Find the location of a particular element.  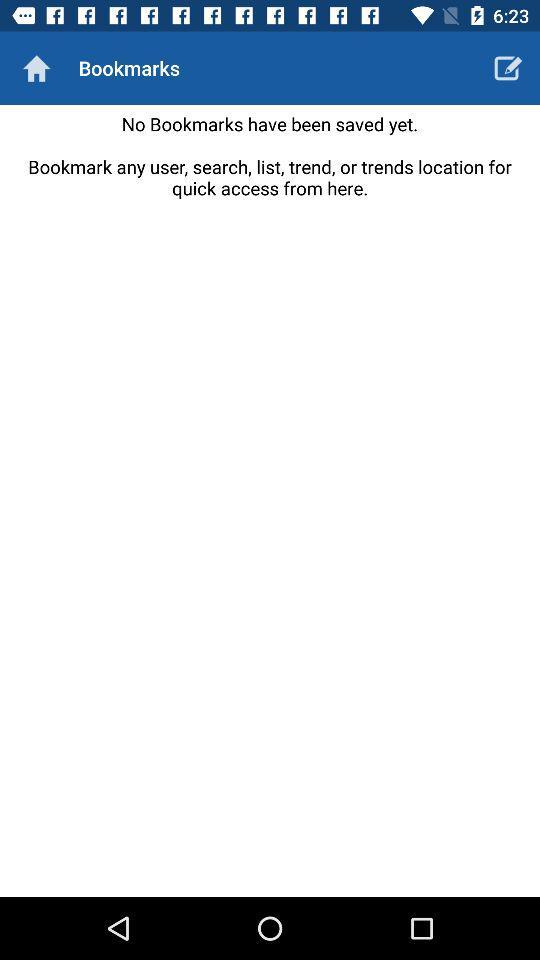

the icon next to bookmarks icon is located at coordinates (508, 68).